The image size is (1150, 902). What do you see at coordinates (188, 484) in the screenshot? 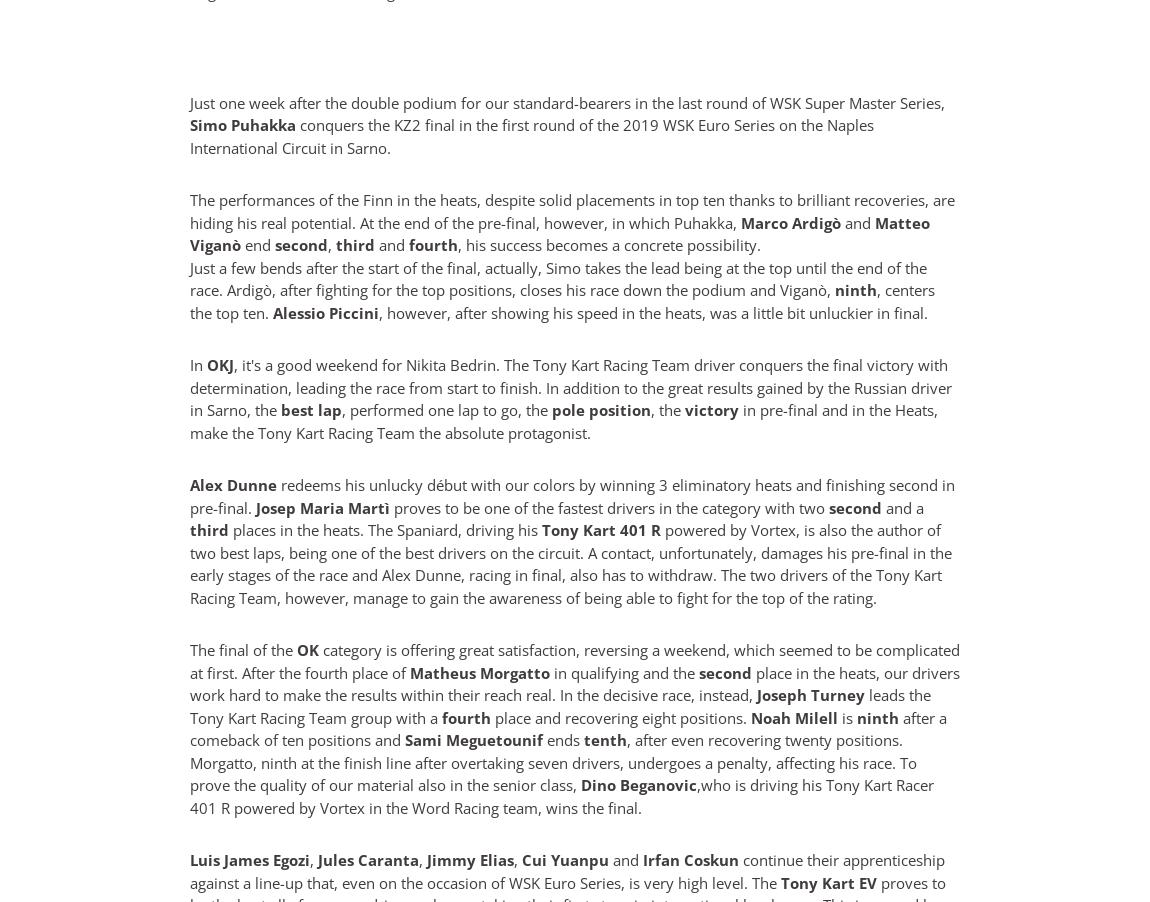
I see `'Alex Dunne'` at bounding box center [188, 484].